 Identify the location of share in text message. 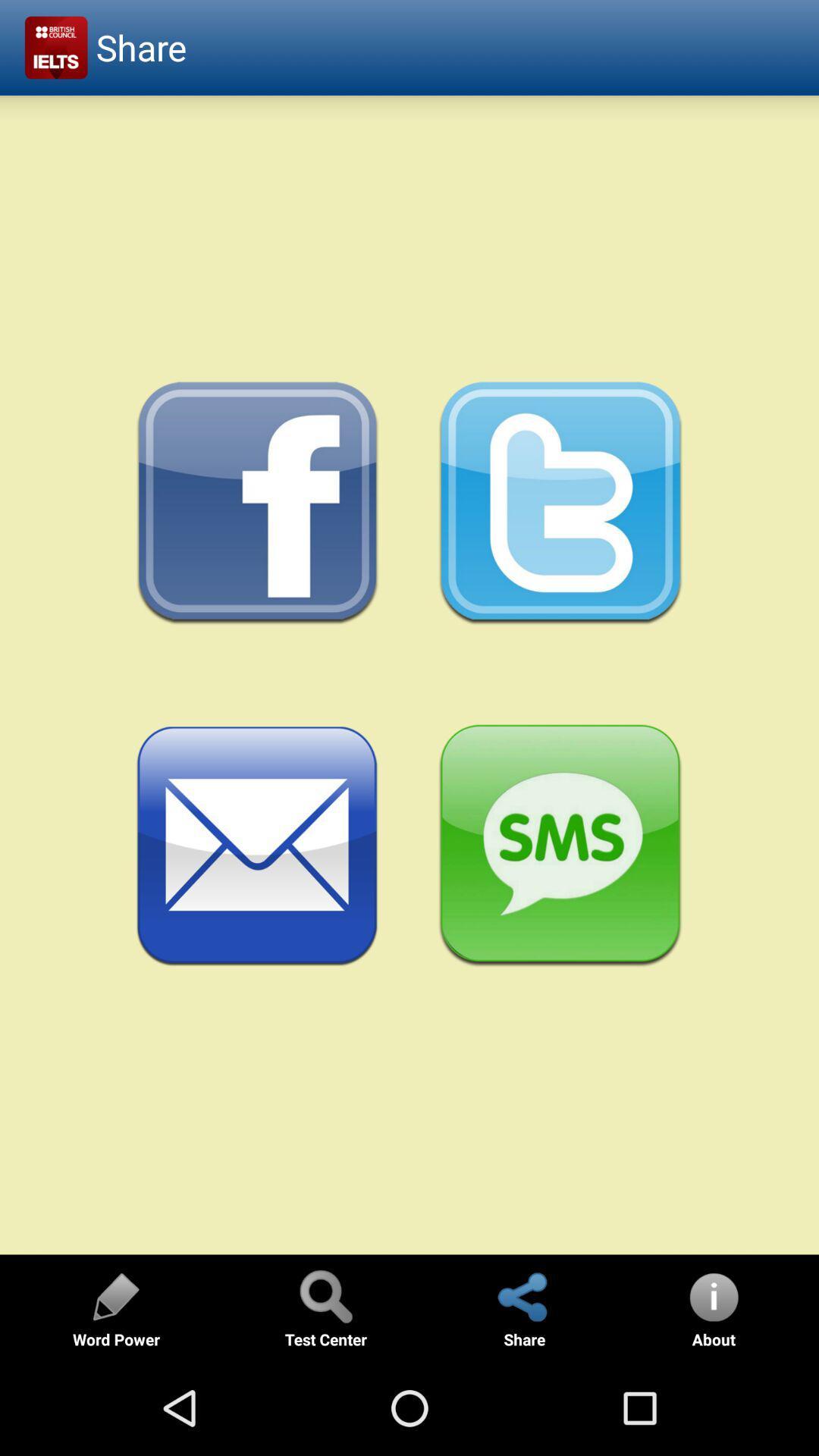
(560, 846).